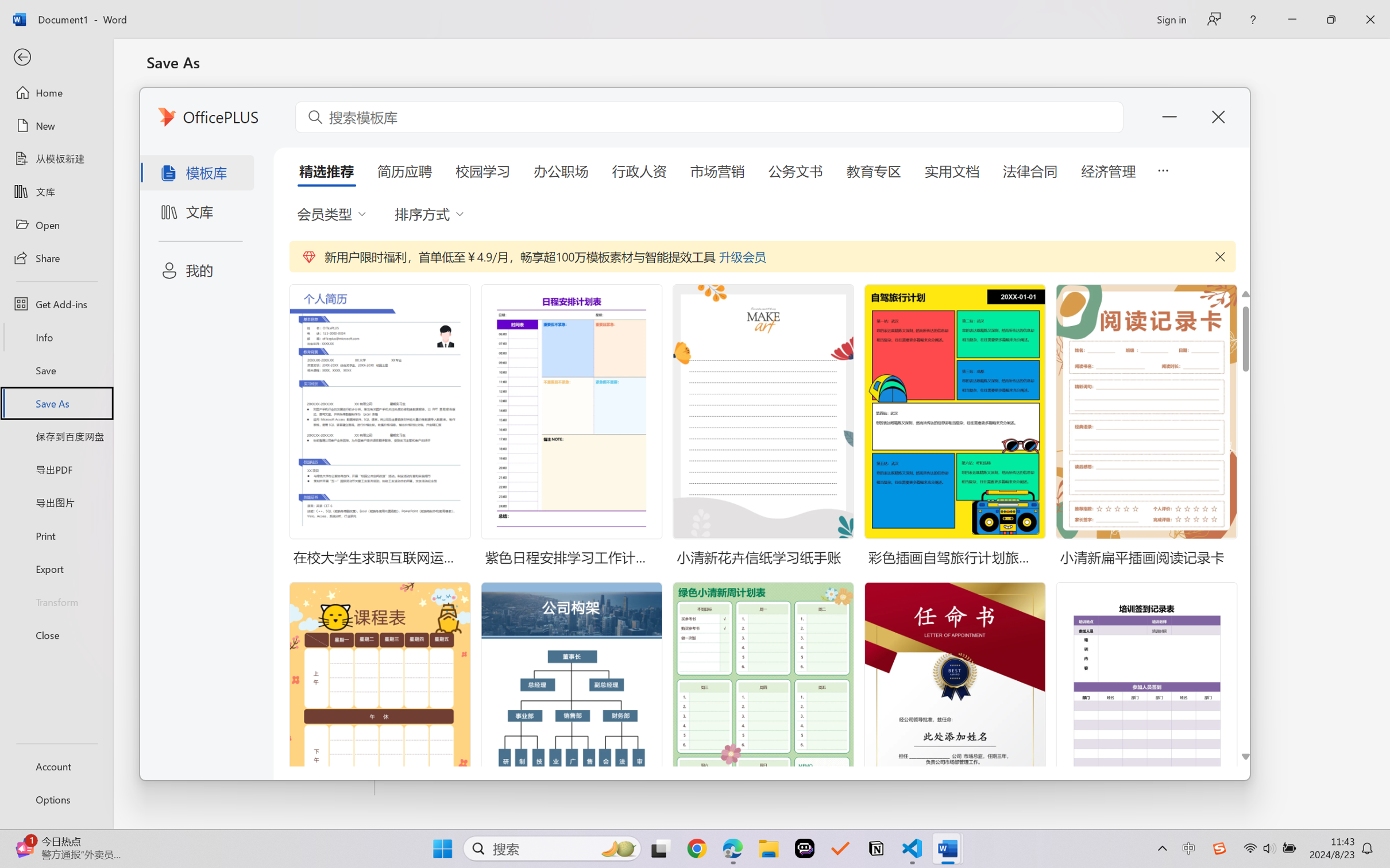  Describe the element at coordinates (56, 336) in the screenshot. I see `'Info'` at that location.